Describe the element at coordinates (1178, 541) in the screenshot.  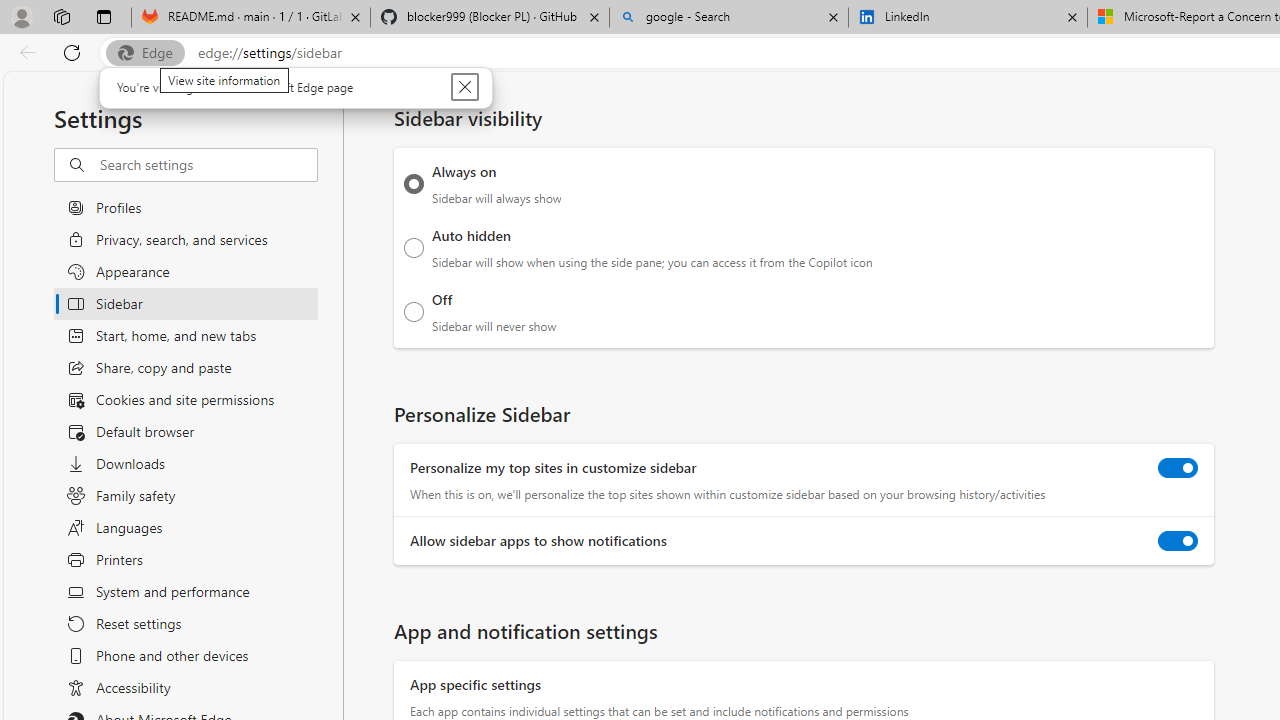
I see `'Allow sidebar apps to show notifications'` at that location.